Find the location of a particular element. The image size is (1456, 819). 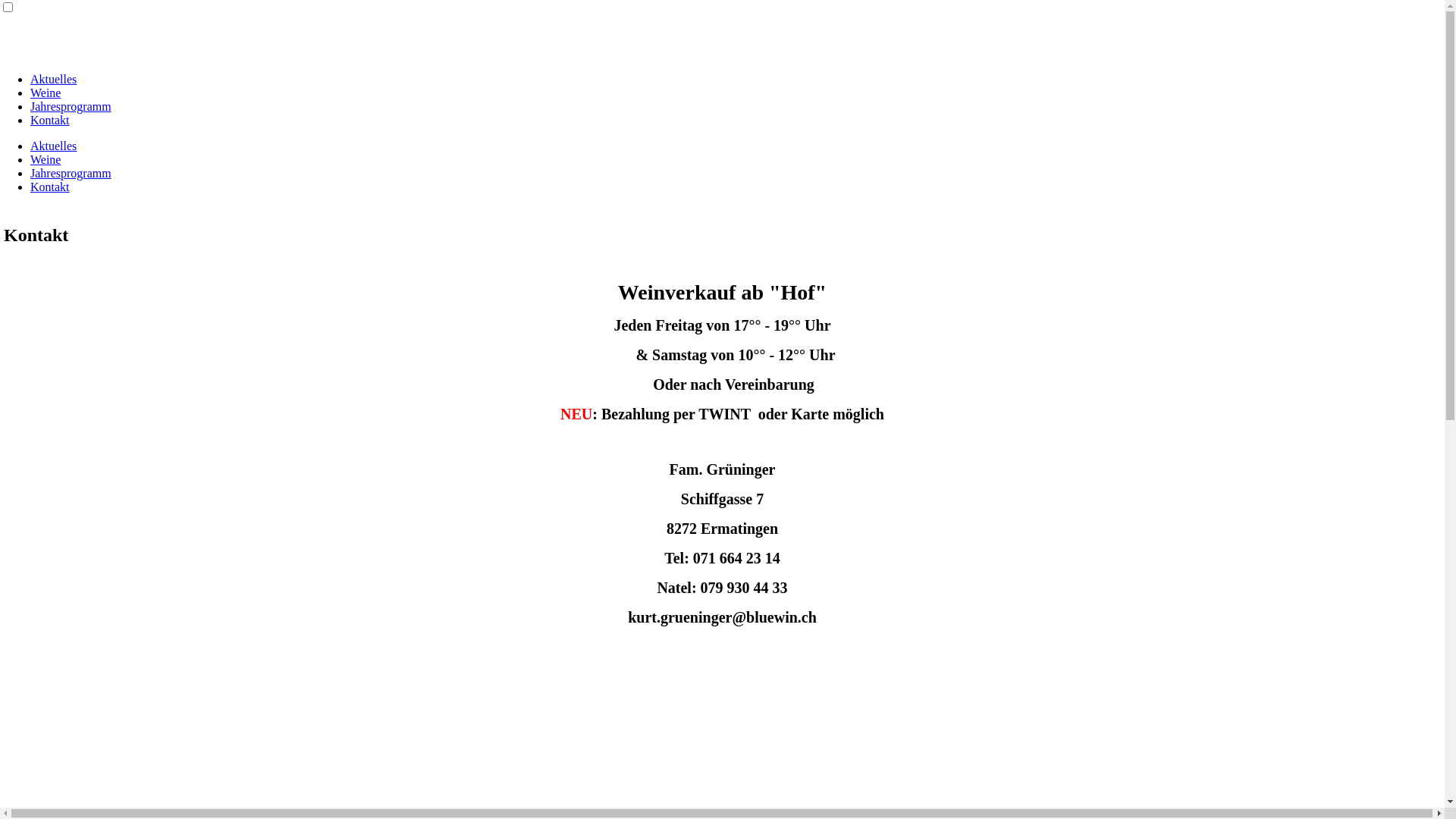

'Weine' is located at coordinates (45, 159).